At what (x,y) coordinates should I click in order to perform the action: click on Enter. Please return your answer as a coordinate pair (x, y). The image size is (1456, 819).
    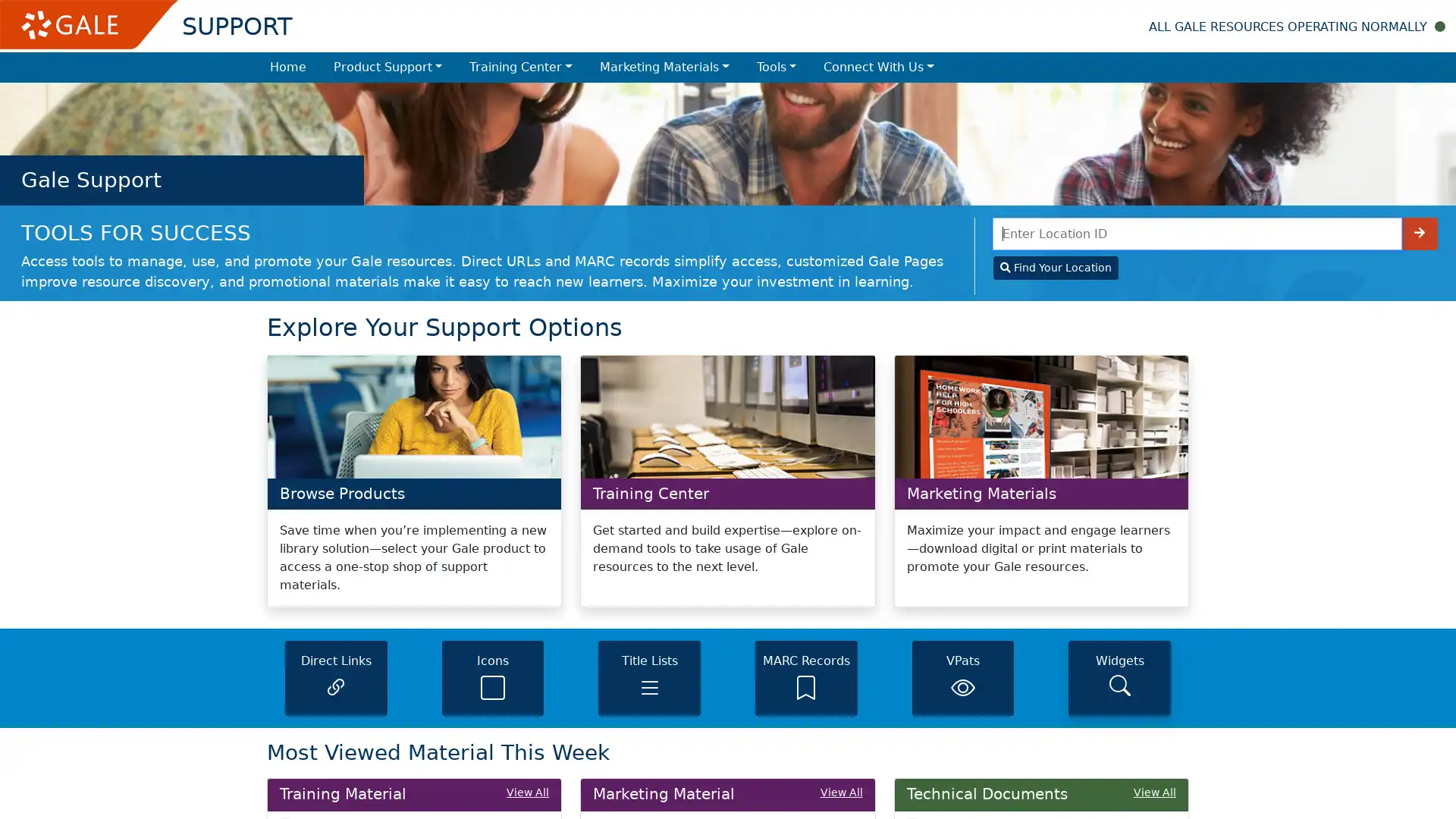
    Looking at the image, I should click on (1419, 233).